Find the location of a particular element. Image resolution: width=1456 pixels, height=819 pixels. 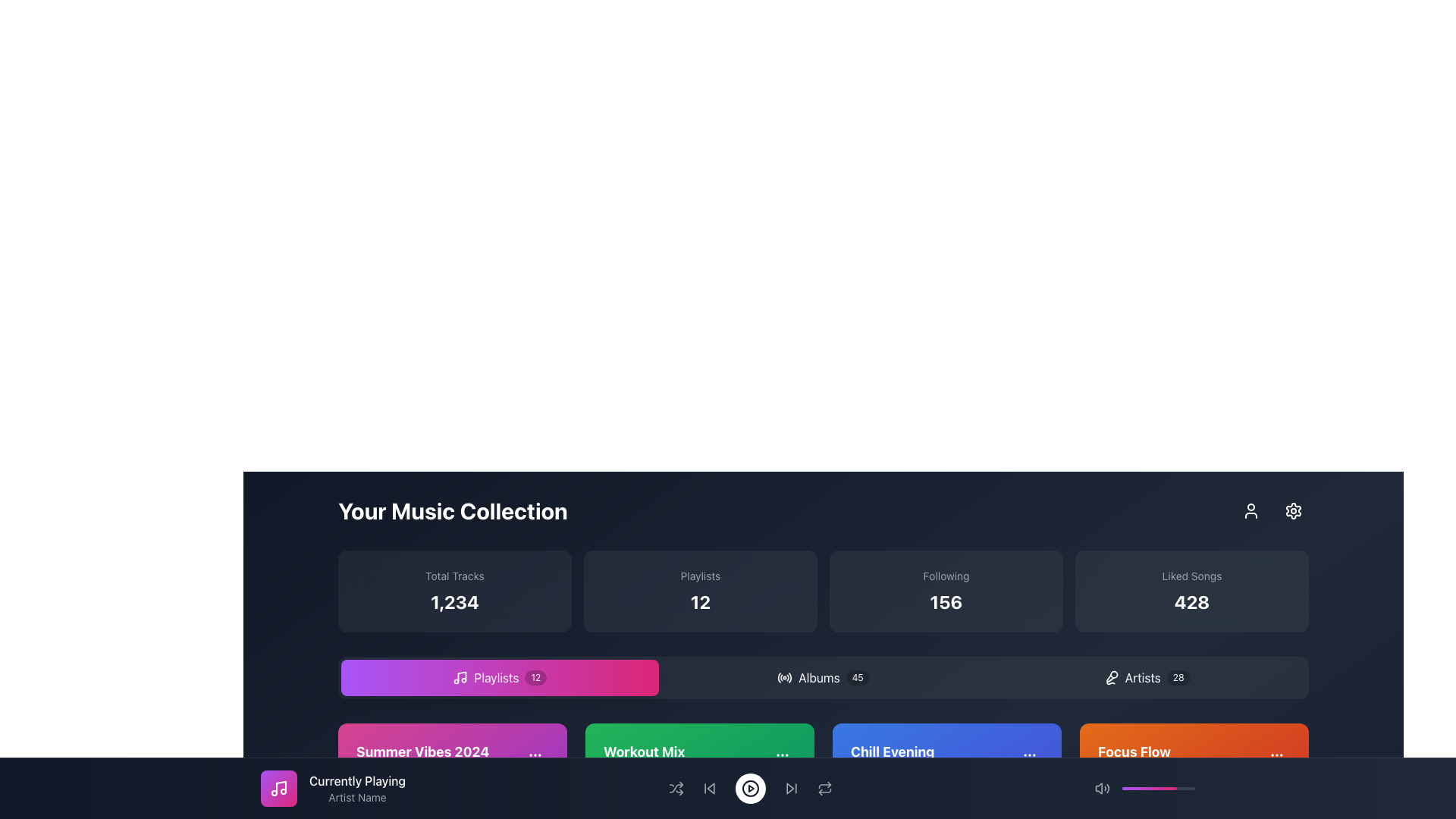

the informational card displaying the count of '12' playlists in the music collection, located under the 'Your Music Collection' header is located at coordinates (700, 590).